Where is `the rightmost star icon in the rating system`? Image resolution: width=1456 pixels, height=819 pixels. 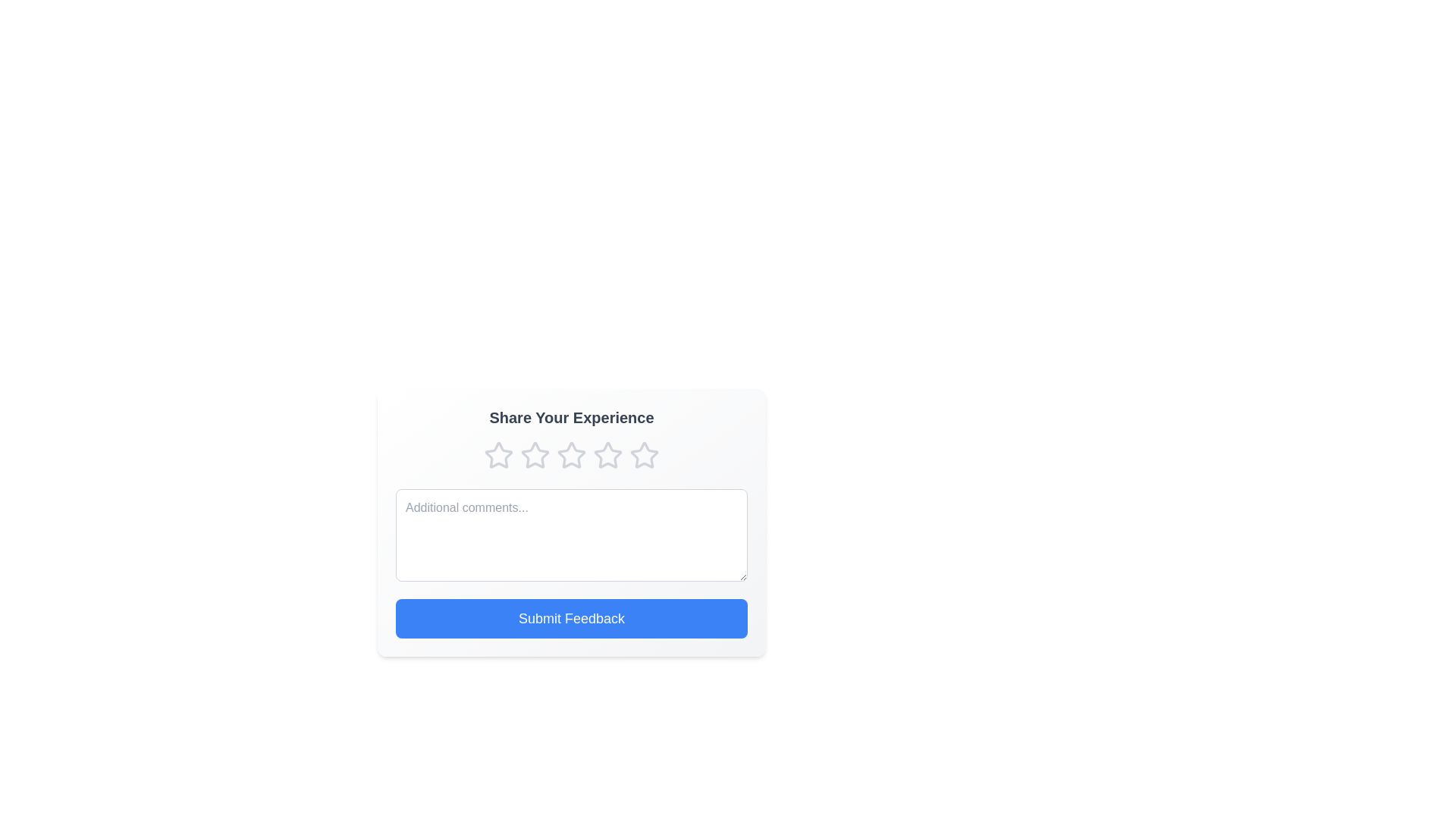 the rightmost star icon in the rating system is located at coordinates (644, 455).